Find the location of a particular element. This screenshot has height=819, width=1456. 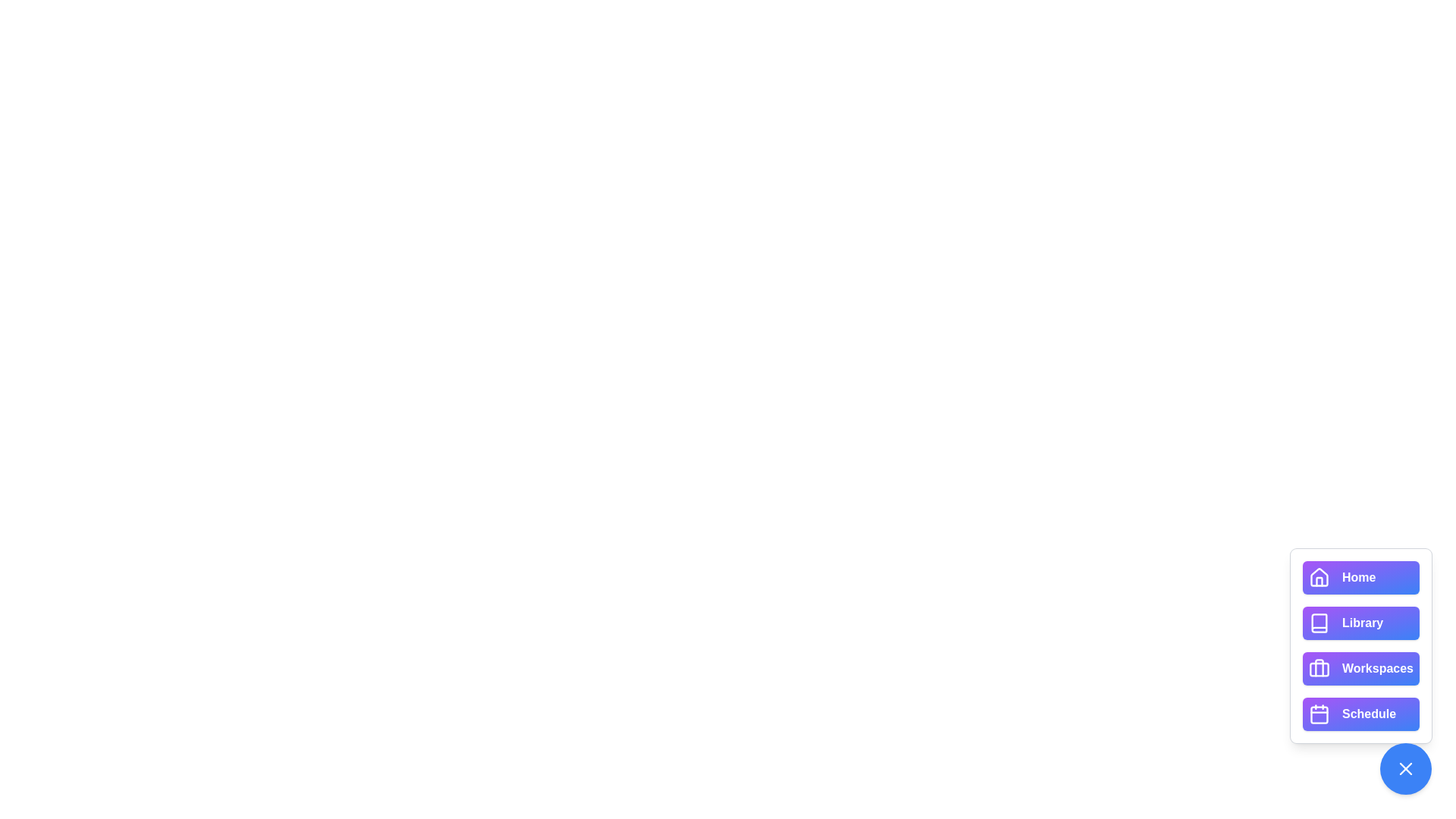

toggle button at the bottom-right corner to open or close the speed dial menu is located at coordinates (1404, 769).